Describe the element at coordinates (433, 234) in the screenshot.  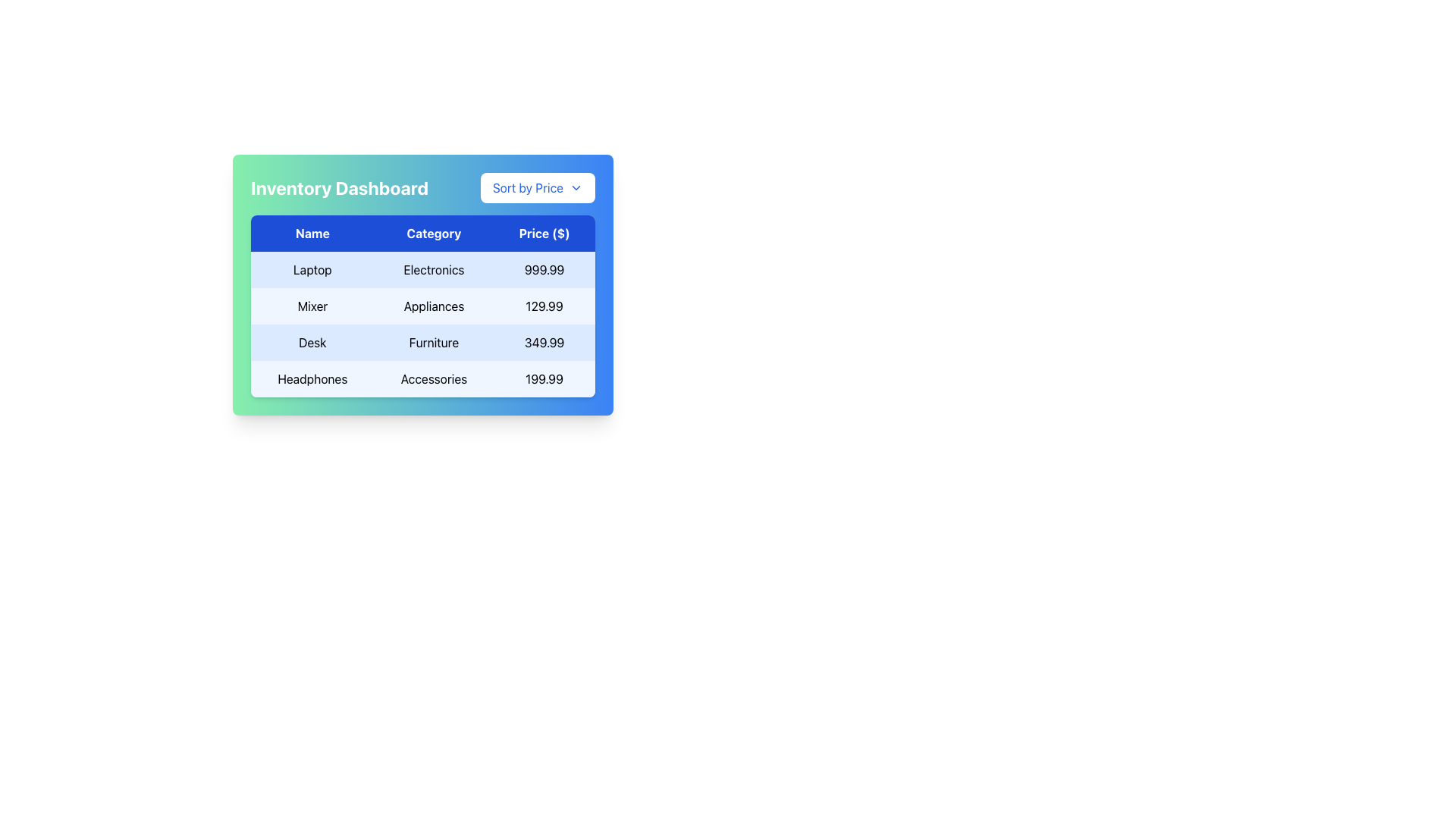
I see `the Table Header Cell with the solid blue background and centered white text reading 'Category', located in the center column of the header row` at that location.